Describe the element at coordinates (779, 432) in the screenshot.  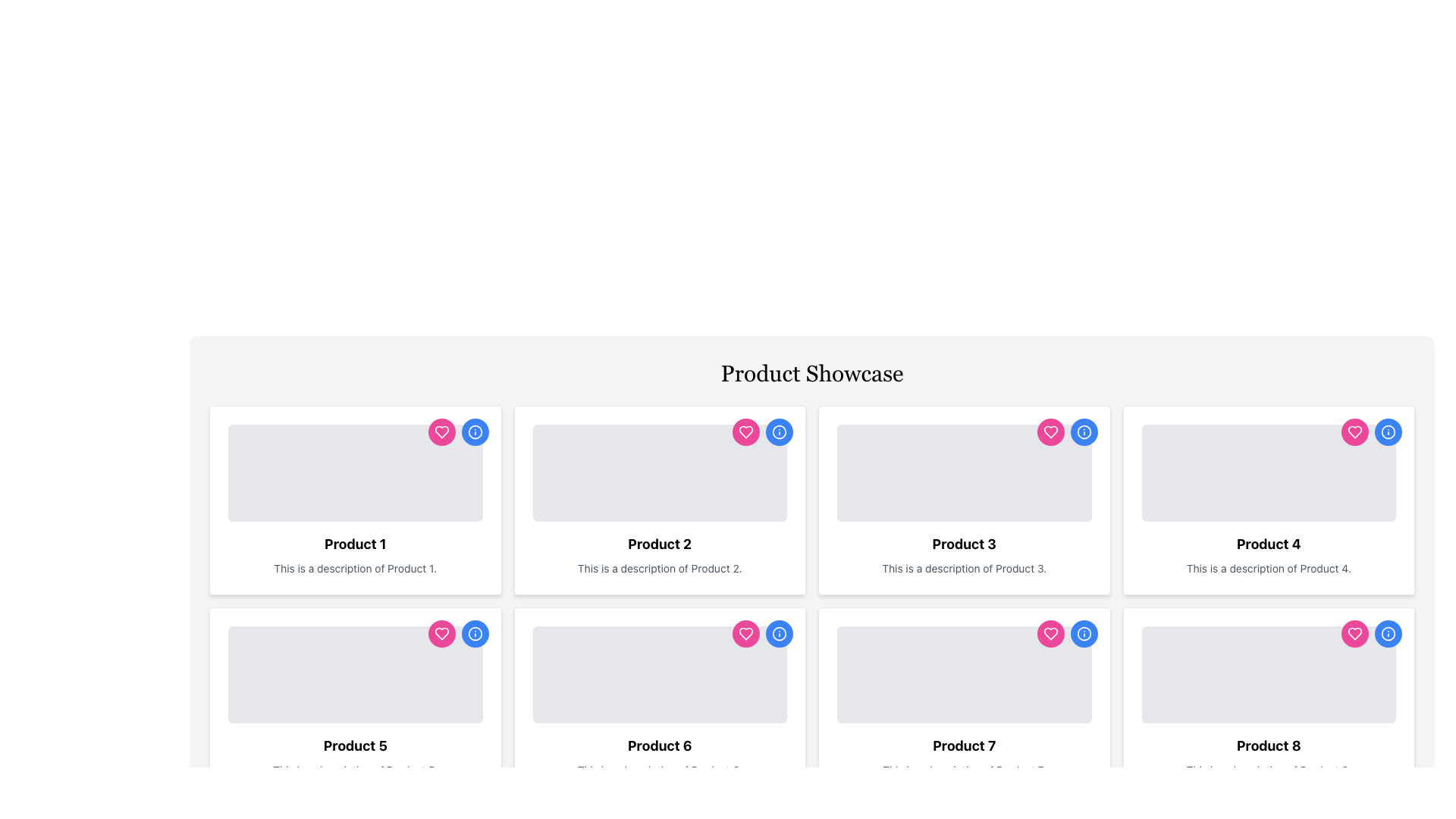
I see `the information icon located in the top-right corner of the second product card in the product showcase grid` at that location.